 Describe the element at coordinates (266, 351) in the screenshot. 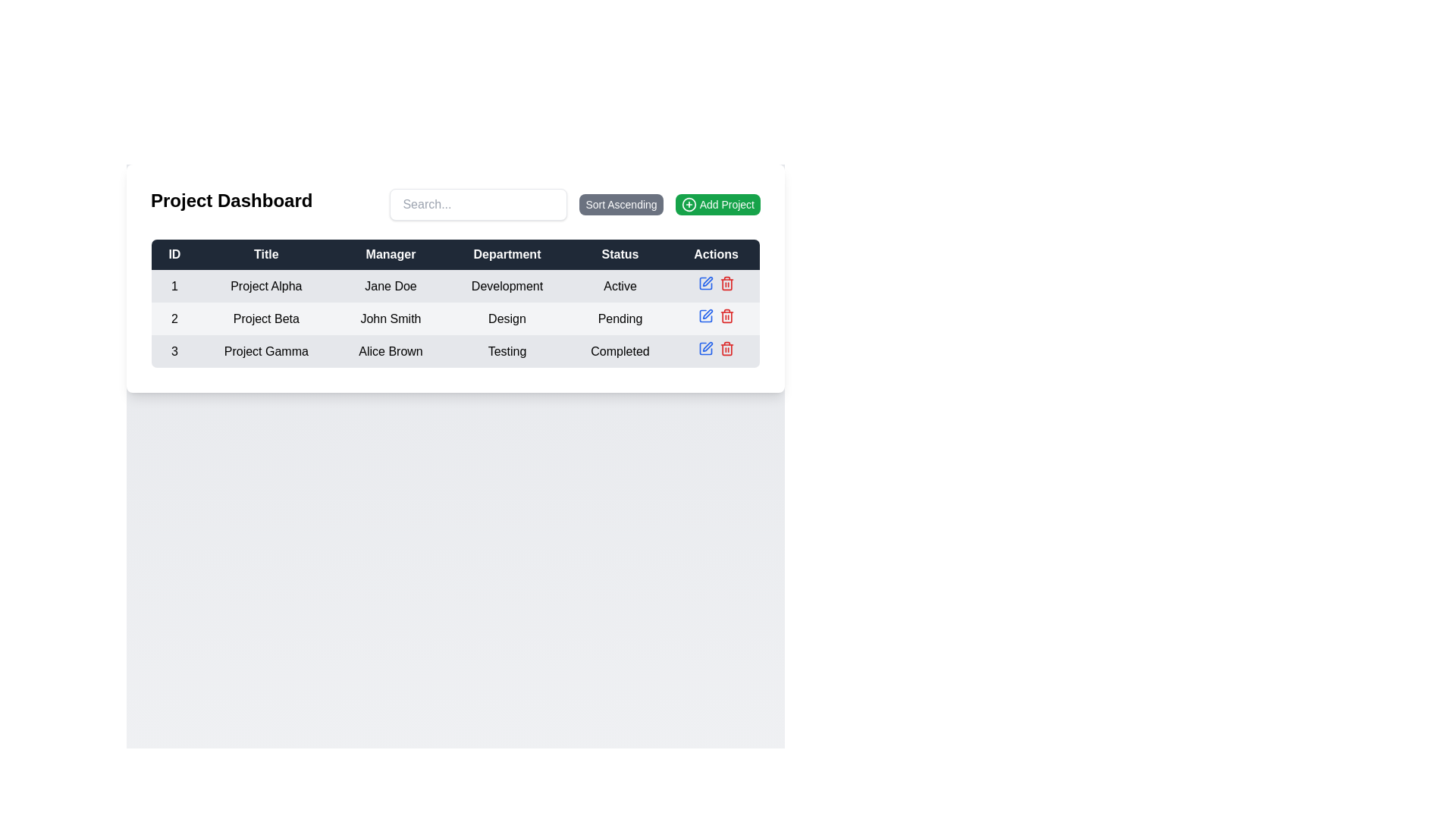

I see `text of the label that displays 'Project Gamma' in the third row of the table under the 'Title' column, which is styled with a gray background` at that location.